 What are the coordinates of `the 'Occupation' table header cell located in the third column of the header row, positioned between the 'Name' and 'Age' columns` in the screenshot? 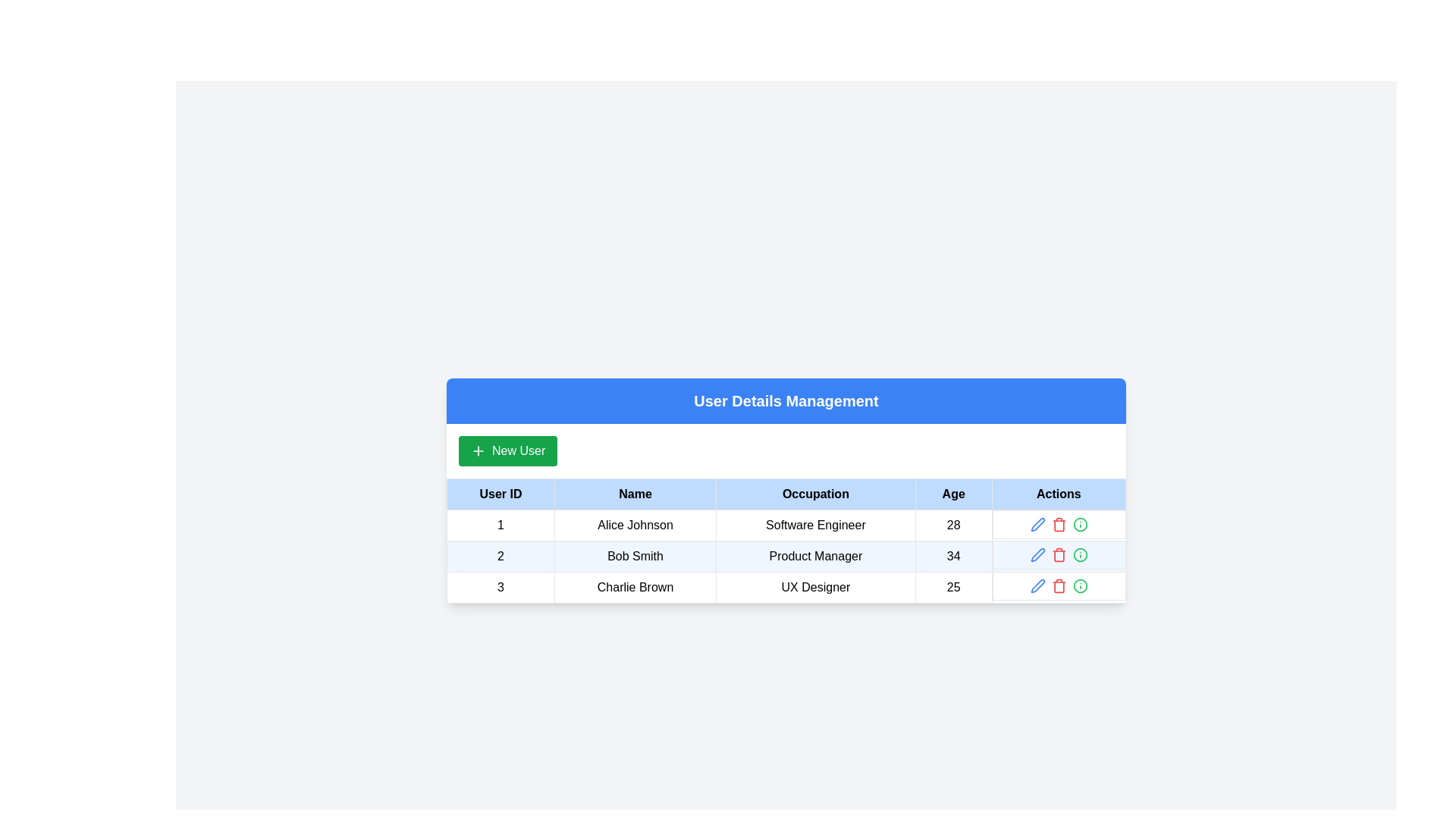 It's located at (814, 494).